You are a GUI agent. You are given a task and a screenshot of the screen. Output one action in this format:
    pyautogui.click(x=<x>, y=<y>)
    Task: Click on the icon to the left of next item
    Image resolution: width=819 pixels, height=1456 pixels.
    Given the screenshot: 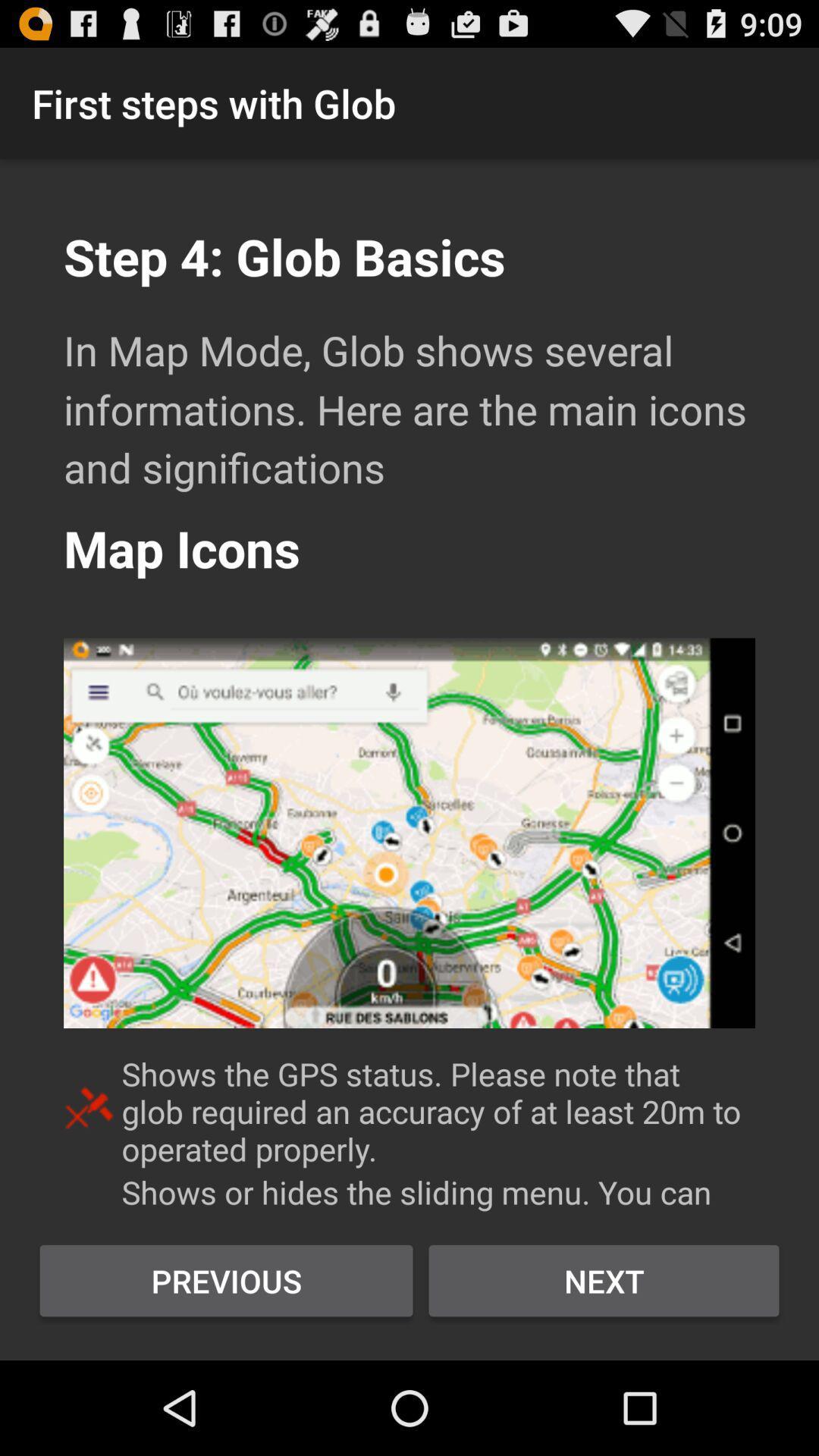 What is the action you would take?
    pyautogui.click(x=226, y=1280)
    